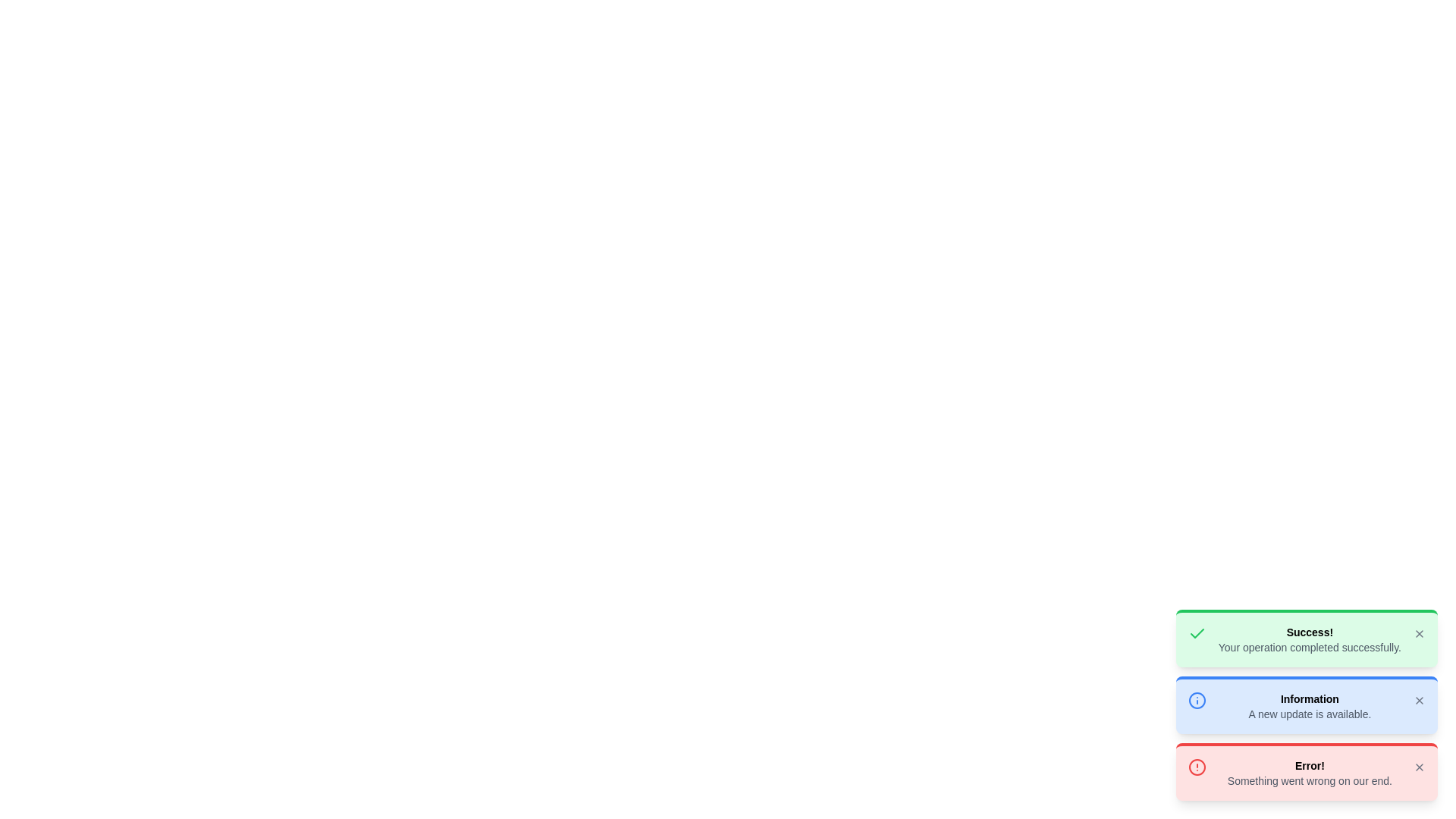 Image resolution: width=1456 pixels, height=819 pixels. I want to click on the 'X' icon in the top-right corner of the red notification box labeled 'Error! Something went wrong on our end' to change its color, so click(1419, 767).